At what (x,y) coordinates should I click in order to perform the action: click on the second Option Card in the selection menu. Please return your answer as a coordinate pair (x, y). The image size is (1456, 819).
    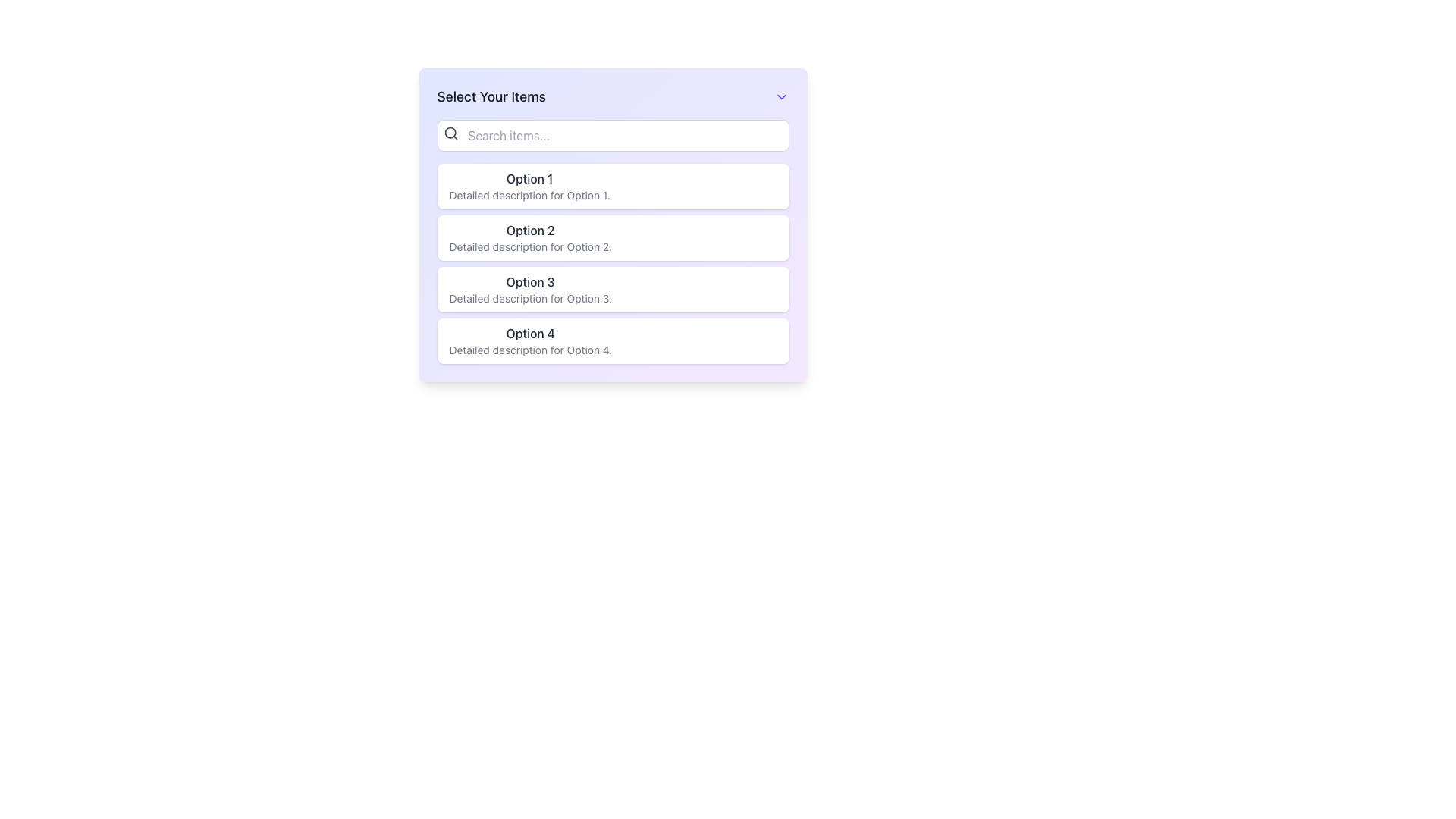
    Looking at the image, I should click on (613, 225).